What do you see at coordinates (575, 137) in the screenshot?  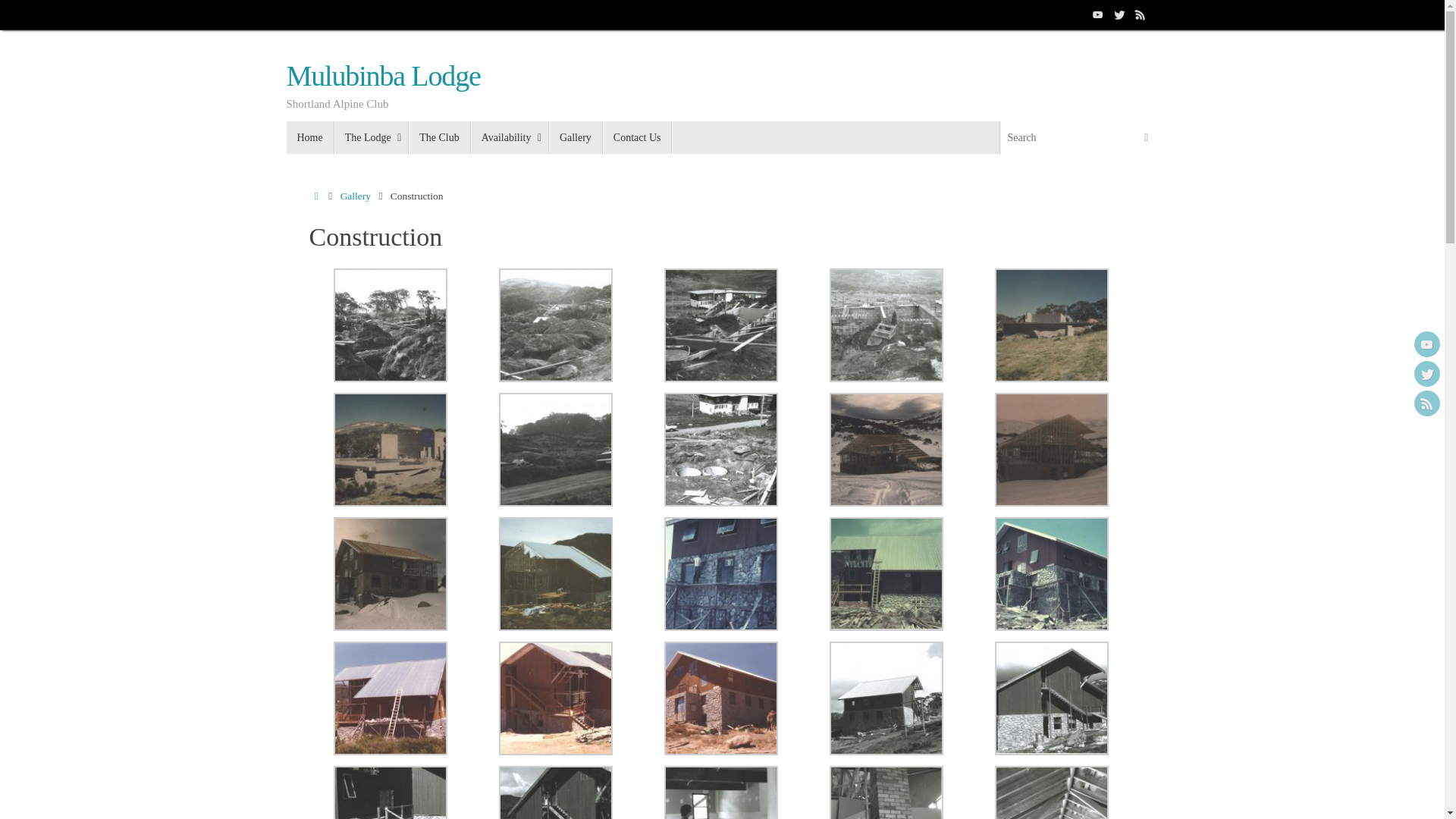 I see `'Gallery'` at bounding box center [575, 137].